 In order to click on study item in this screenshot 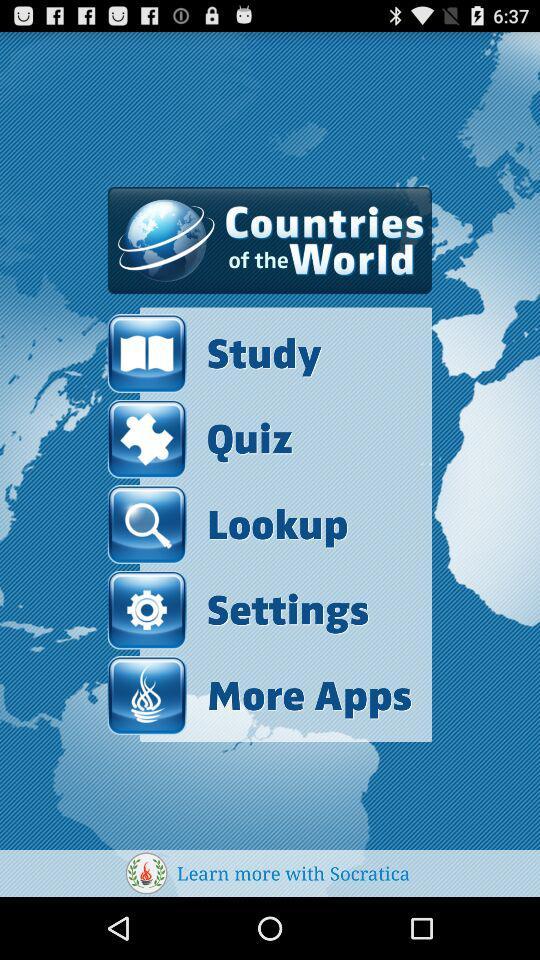, I will do `click(259, 353)`.